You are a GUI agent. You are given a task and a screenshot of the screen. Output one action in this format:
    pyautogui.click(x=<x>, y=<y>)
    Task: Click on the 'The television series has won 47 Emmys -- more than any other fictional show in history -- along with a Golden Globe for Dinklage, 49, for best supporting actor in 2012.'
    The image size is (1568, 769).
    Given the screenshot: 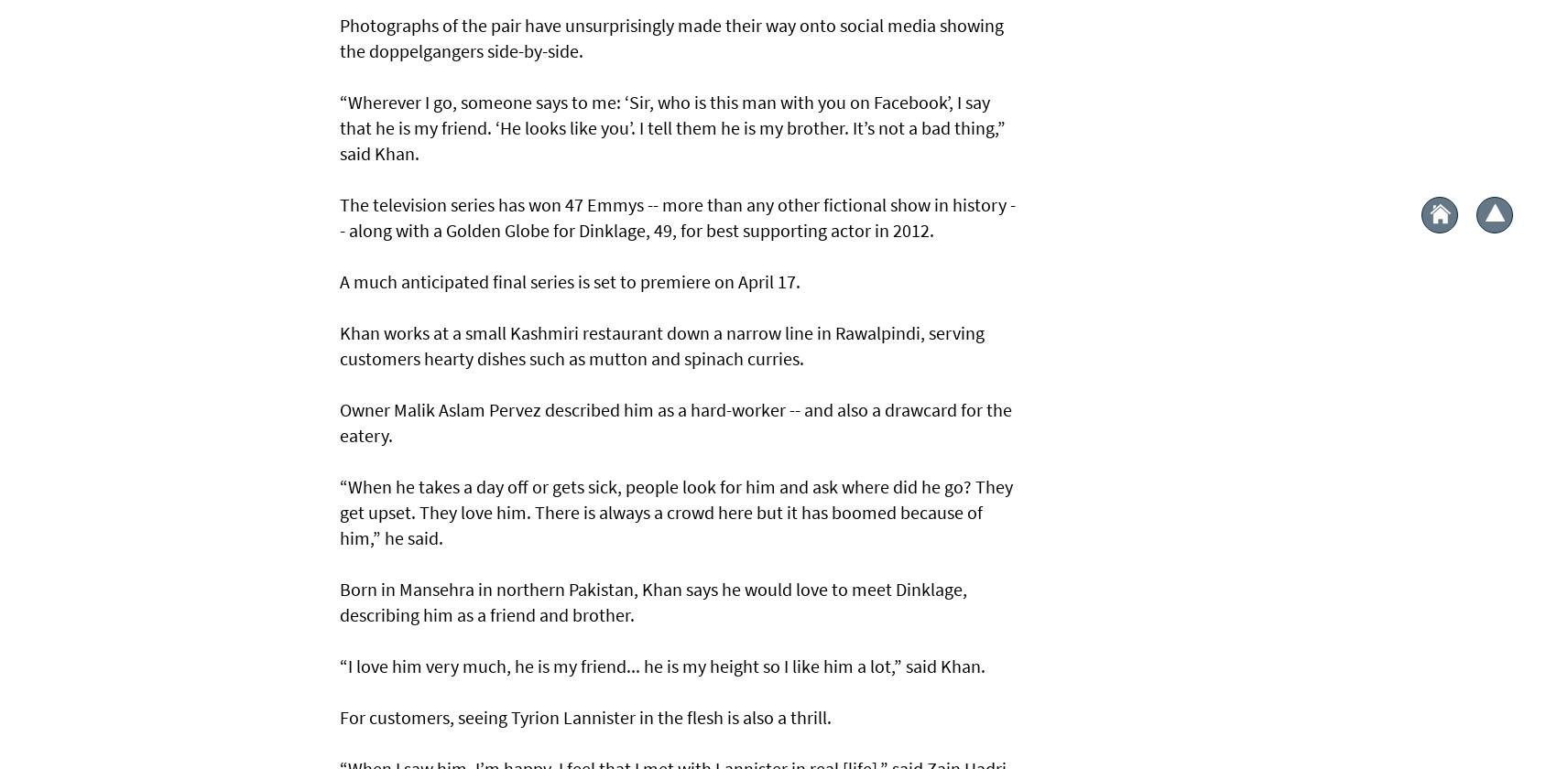 What is the action you would take?
    pyautogui.click(x=677, y=216)
    